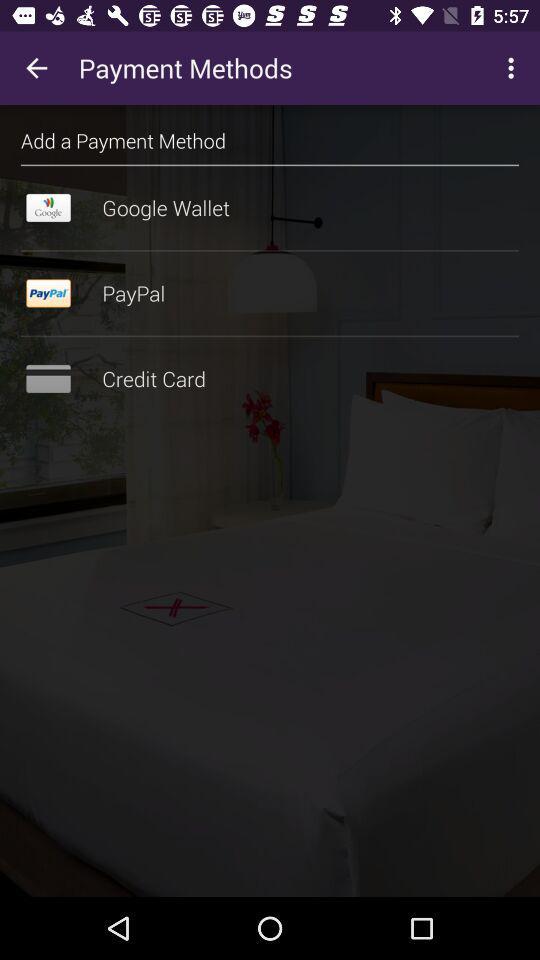 This screenshot has width=540, height=960. Describe the element at coordinates (36, 68) in the screenshot. I see `the icon next to the payment methods icon` at that location.